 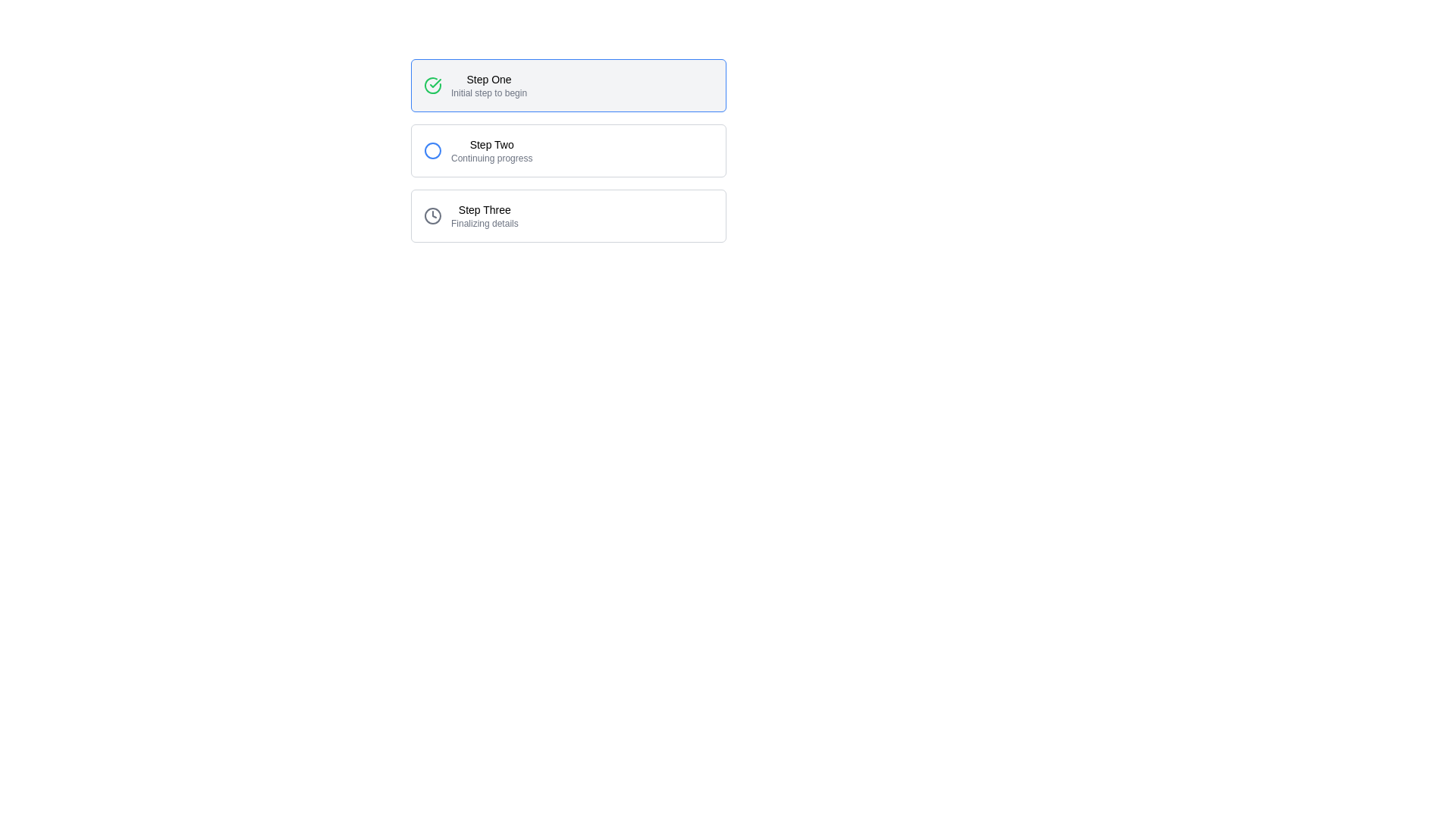 I want to click on the circular element with a blue outline that serves as a visual indicator for 'Step Two', so click(x=432, y=151).